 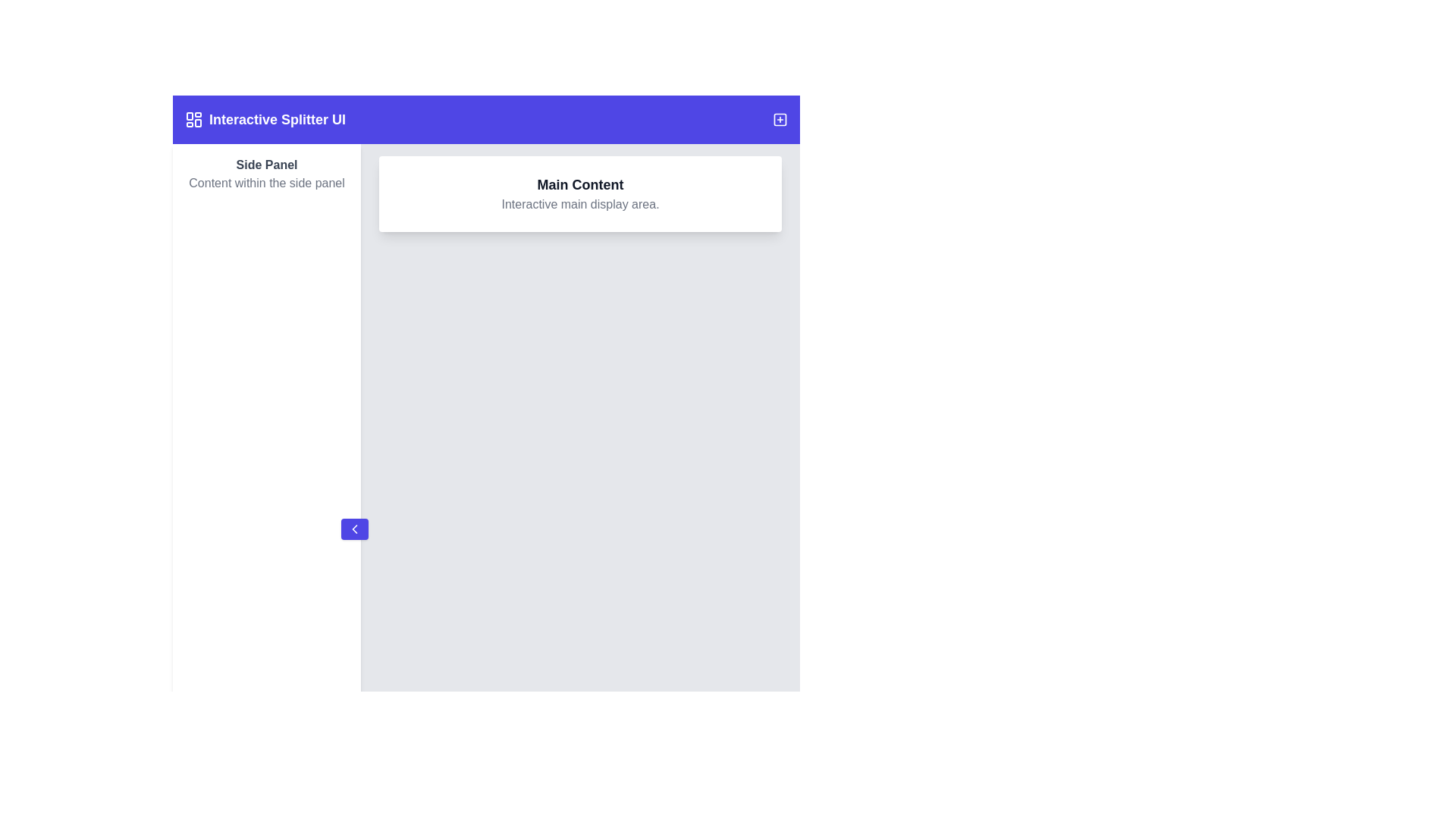 I want to click on the small rectangular Decorative Visual Element with rounded corners, located in the top-left corner of the grid layout within the application header bar, so click(x=189, y=115).